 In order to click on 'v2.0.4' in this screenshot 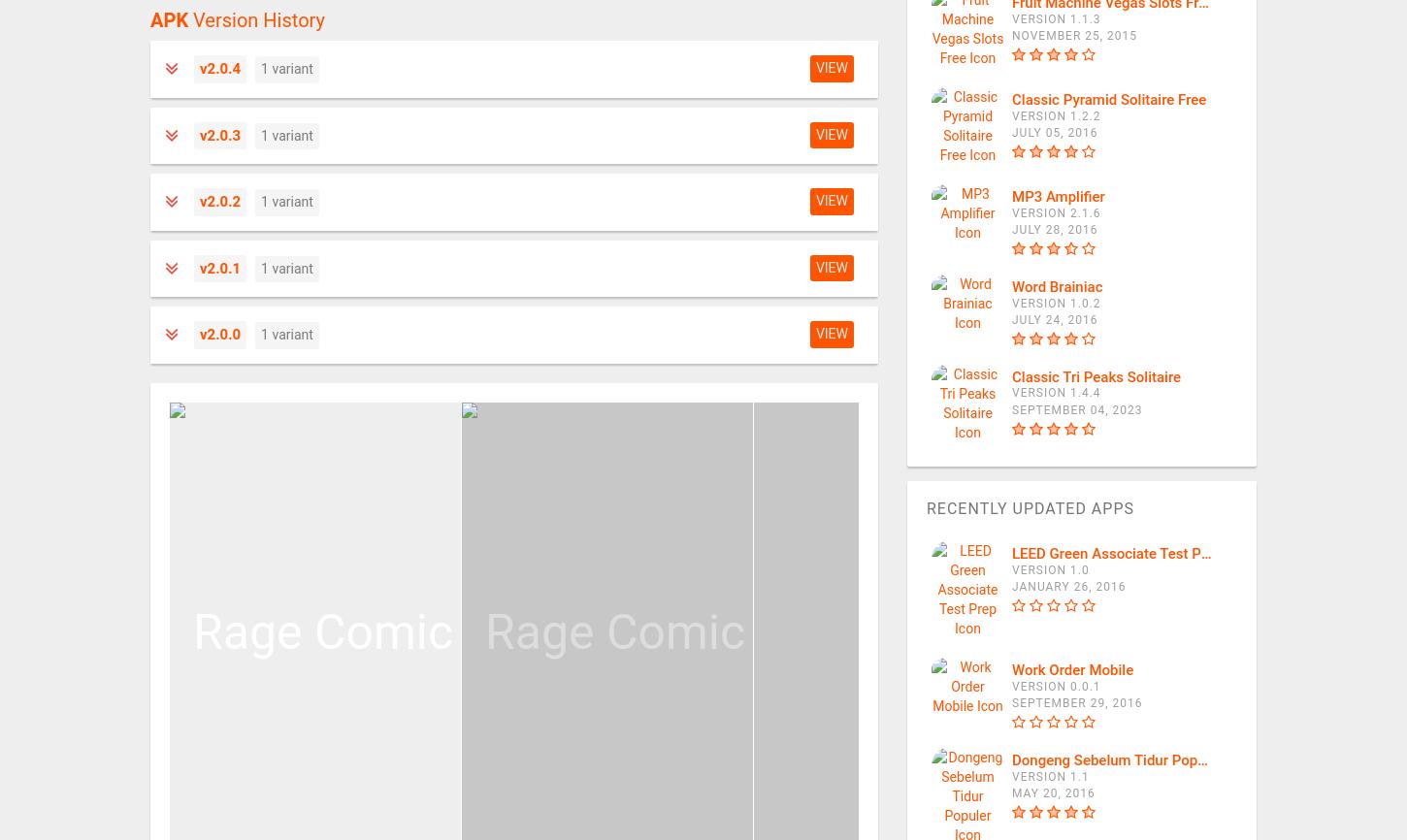, I will do `click(219, 69)`.